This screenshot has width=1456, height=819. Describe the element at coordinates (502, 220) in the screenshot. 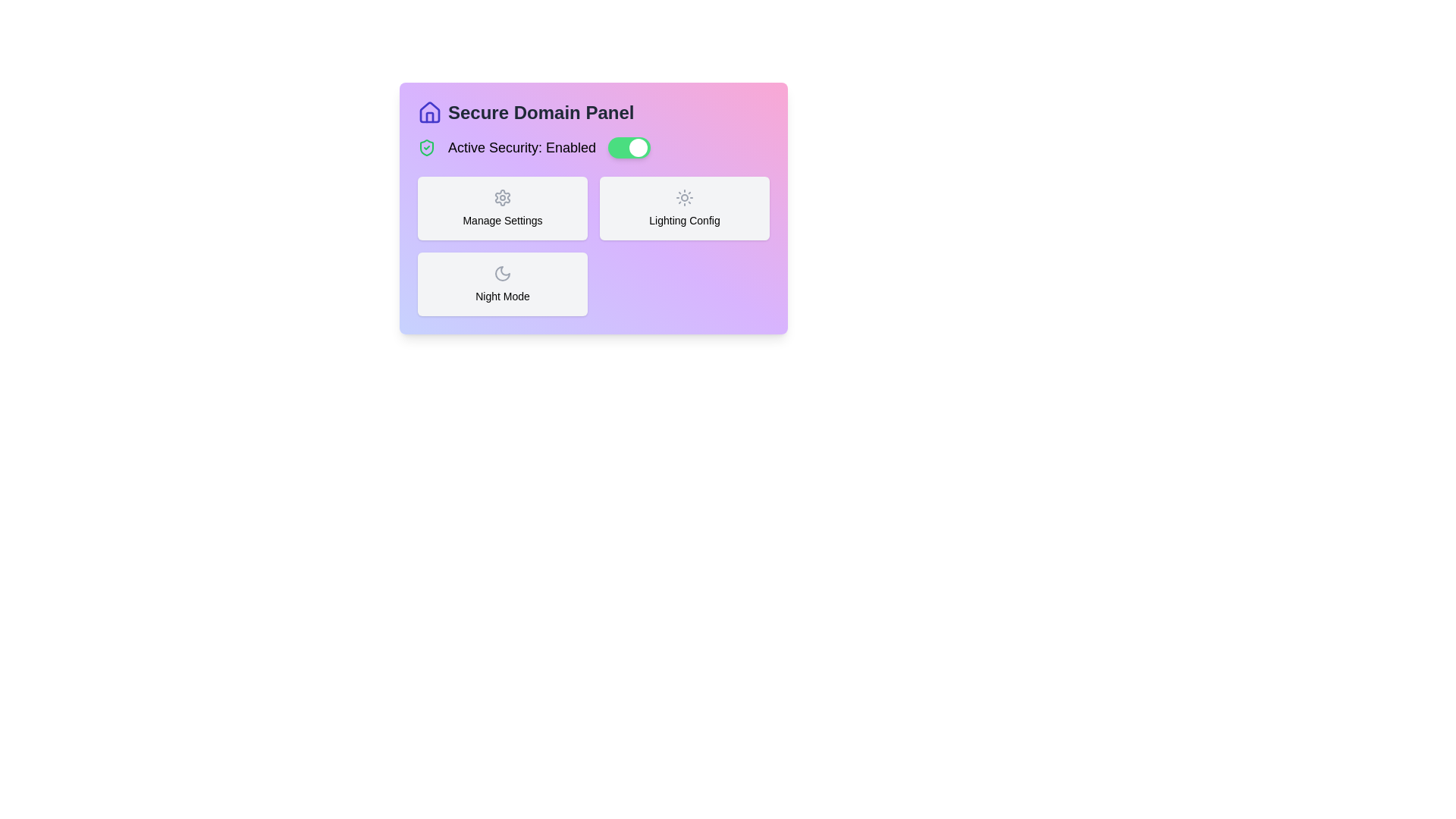

I see `the Text label that describes the button for managing settings, which is part of a rectangular button with a gear icon above it, located in the top-left section of the grid layout` at that location.